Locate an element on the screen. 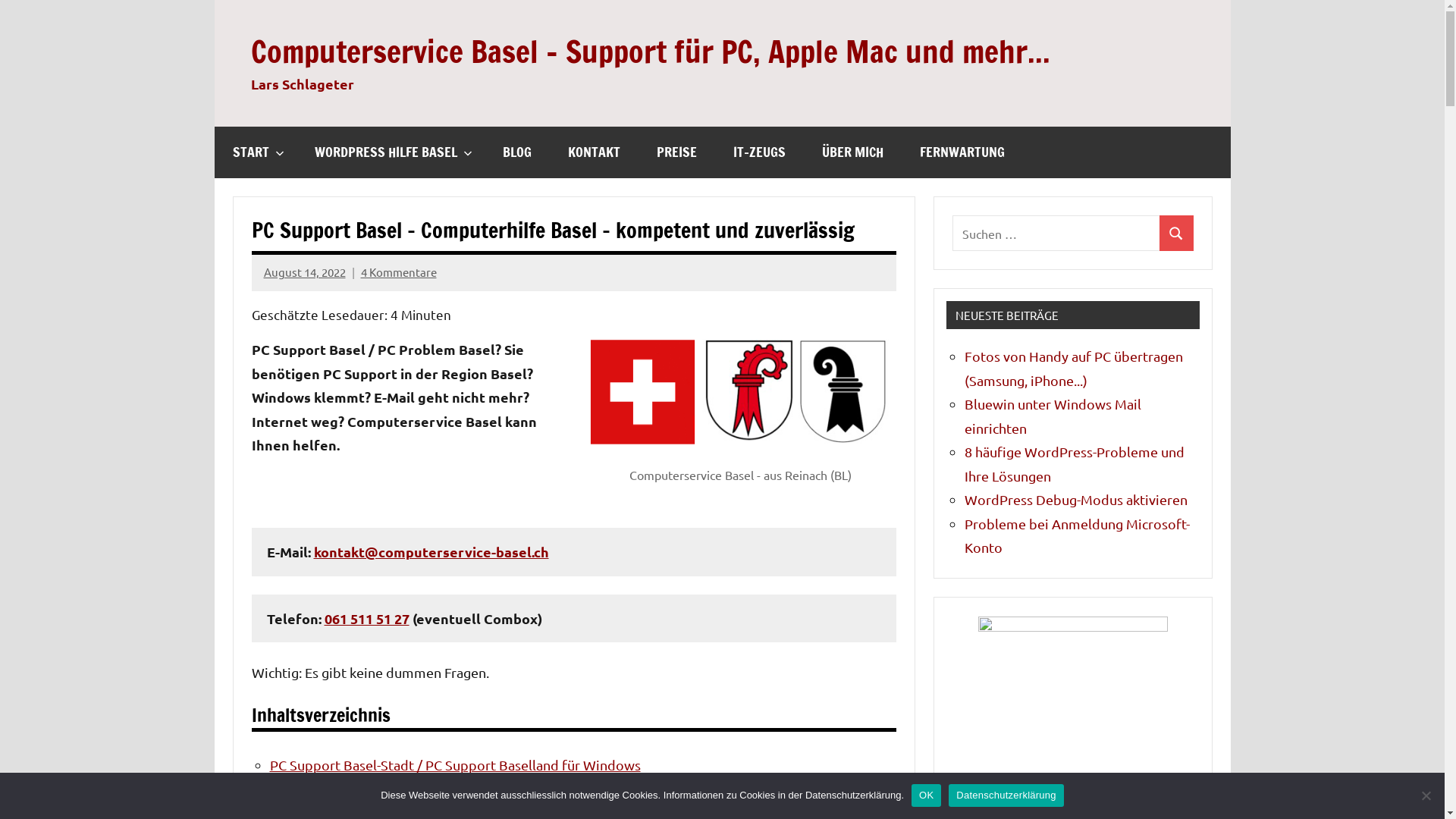  'kontakt@computerservice-basel.ch' is located at coordinates (431, 551).